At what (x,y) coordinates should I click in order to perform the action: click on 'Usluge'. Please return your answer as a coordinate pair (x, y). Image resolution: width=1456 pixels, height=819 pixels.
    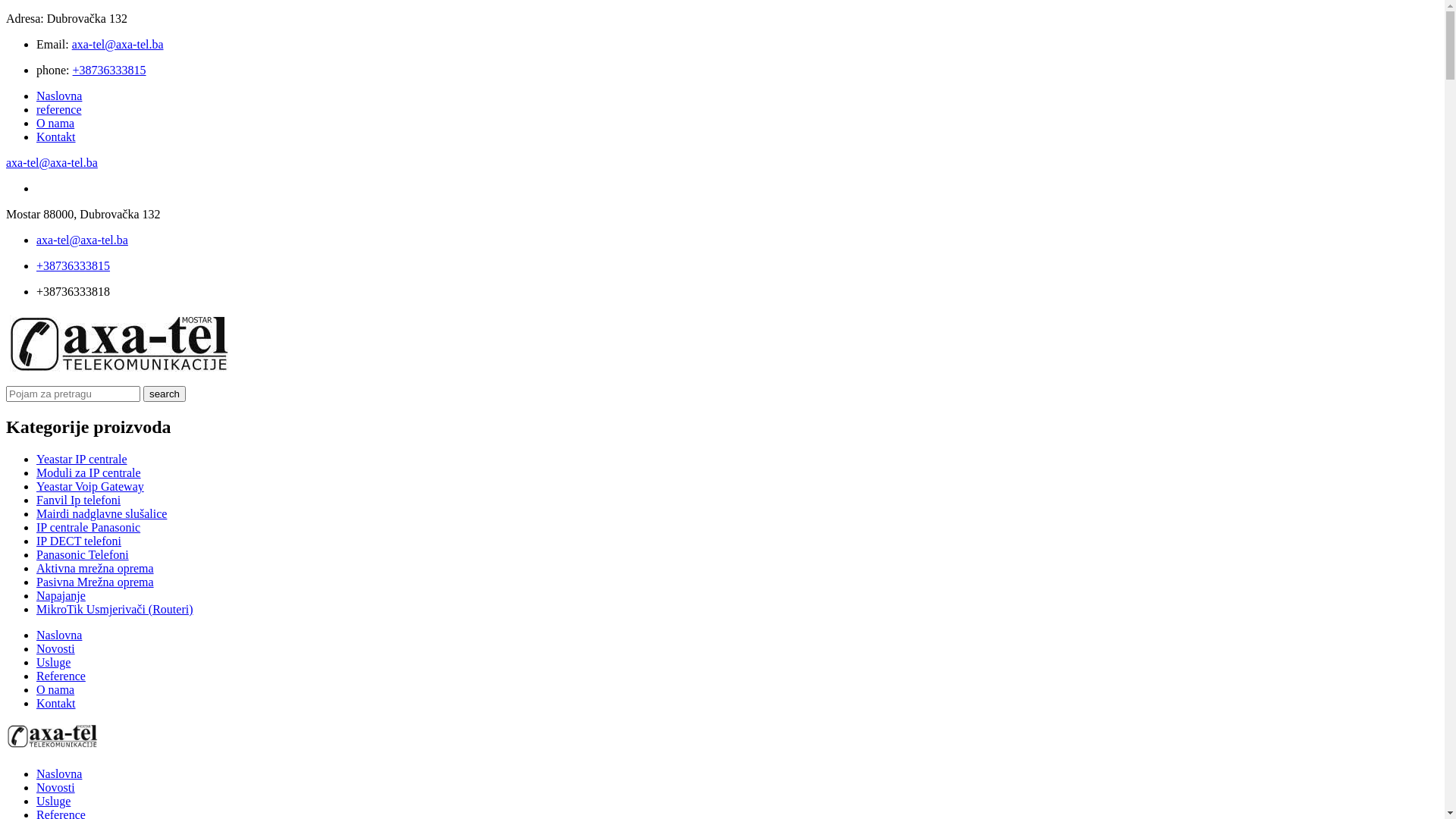
    Looking at the image, I should click on (53, 800).